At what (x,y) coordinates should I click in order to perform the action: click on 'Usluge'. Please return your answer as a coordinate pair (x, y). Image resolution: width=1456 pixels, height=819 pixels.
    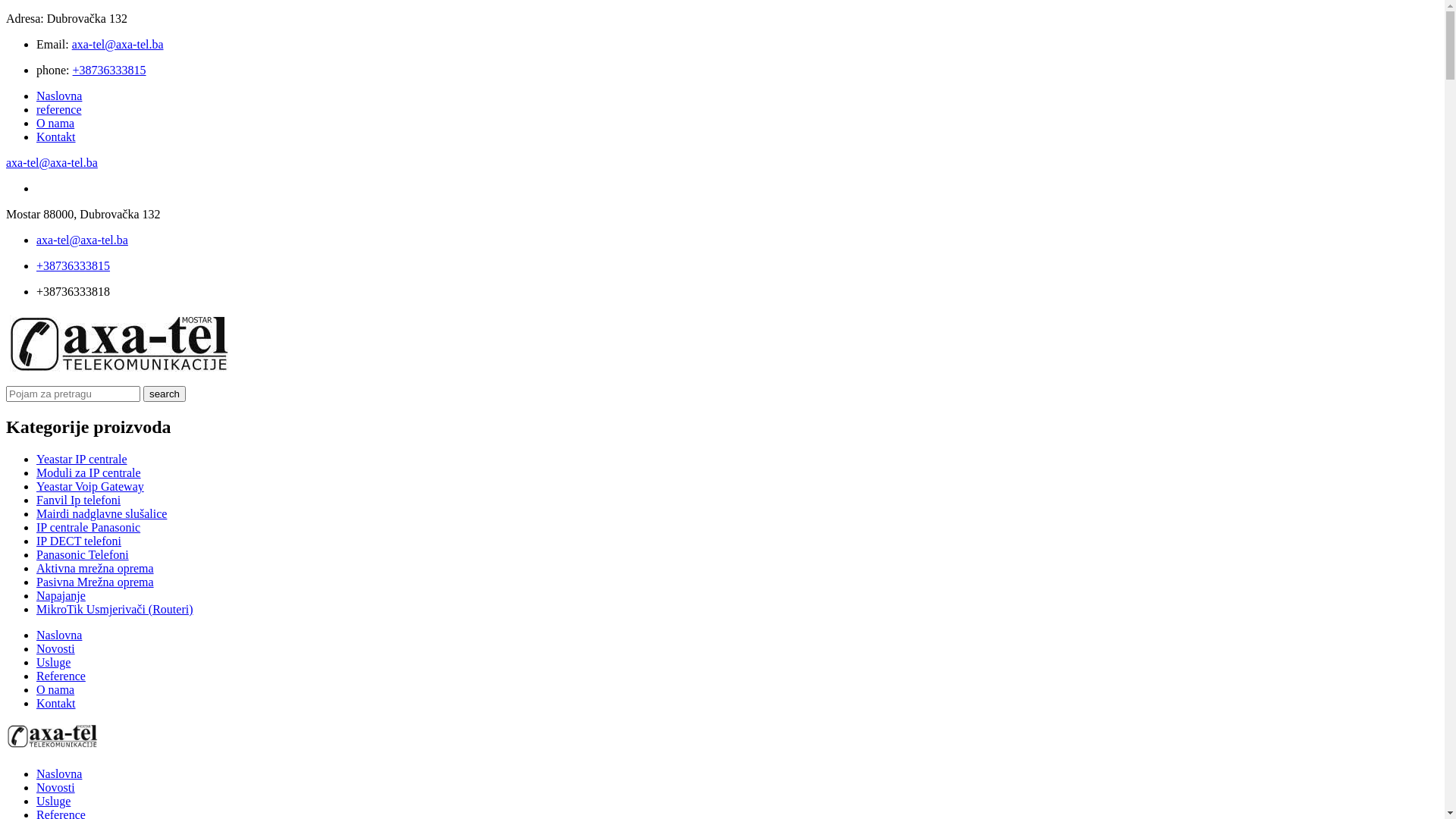
    Looking at the image, I should click on (53, 800).